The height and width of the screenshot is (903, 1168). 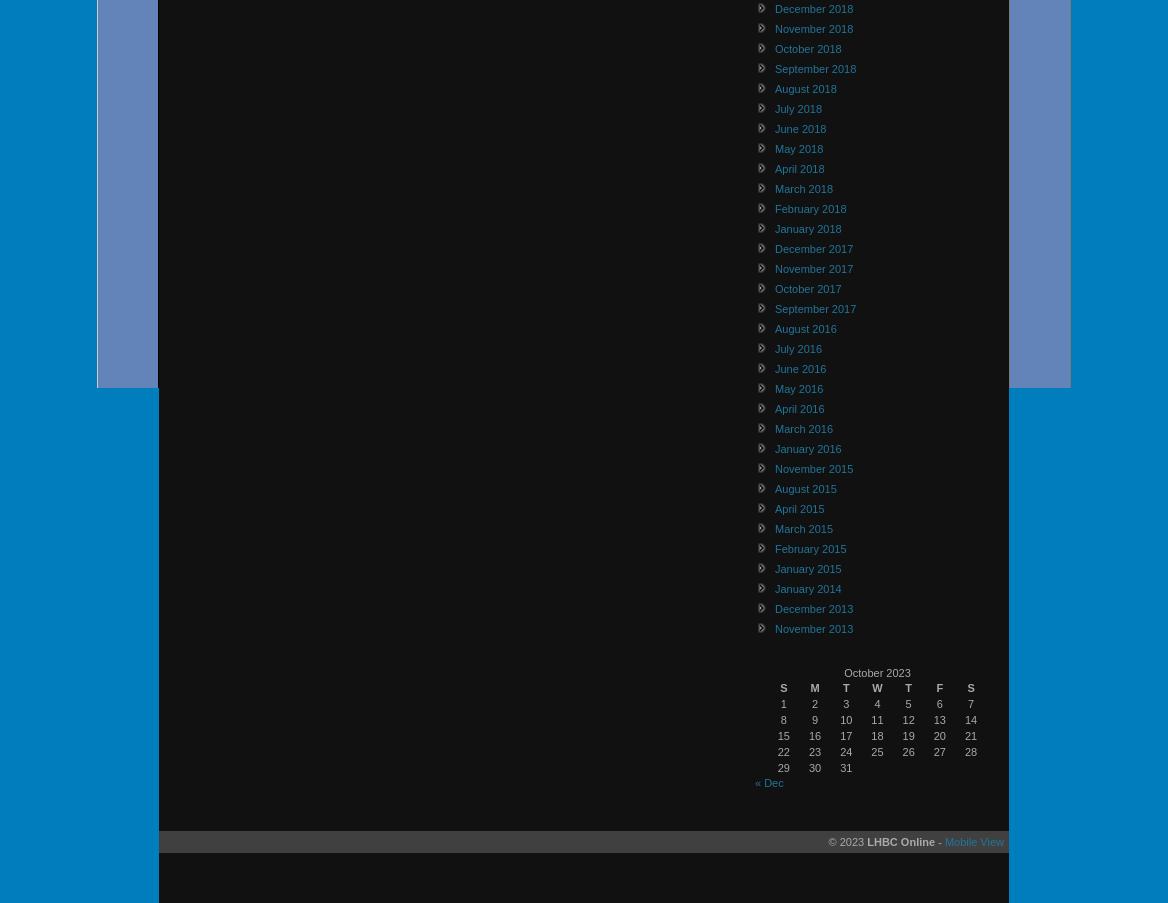 What do you see at coordinates (813, 718) in the screenshot?
I see `'9'` at bounding box center [813, 718].